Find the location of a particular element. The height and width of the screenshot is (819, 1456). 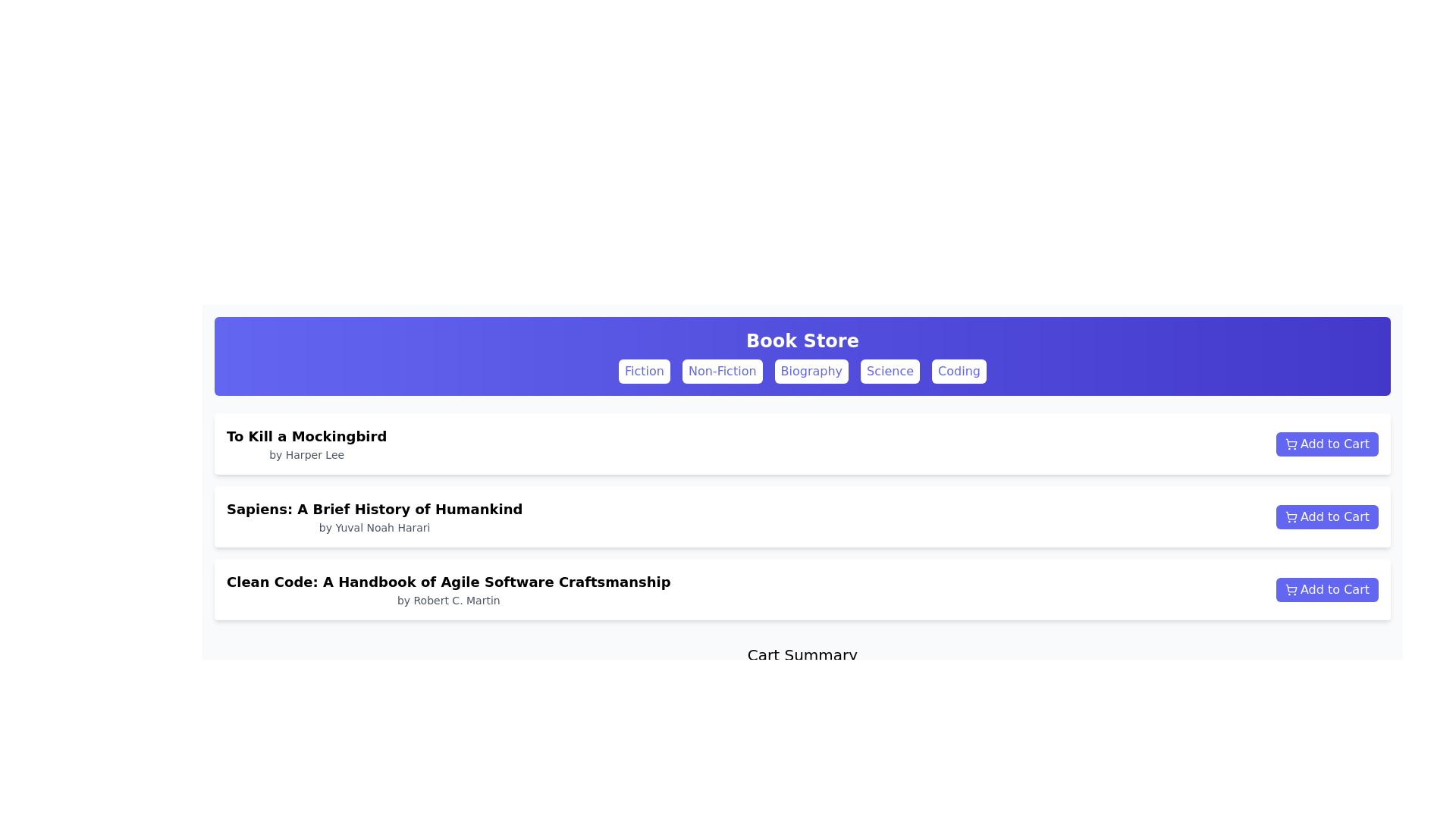

the text block displaying the title 'To Kill a Mockingbird' and subtitle 'by Harper Lee', which is the top entry in the book list section is located at coordinates (306, 444).